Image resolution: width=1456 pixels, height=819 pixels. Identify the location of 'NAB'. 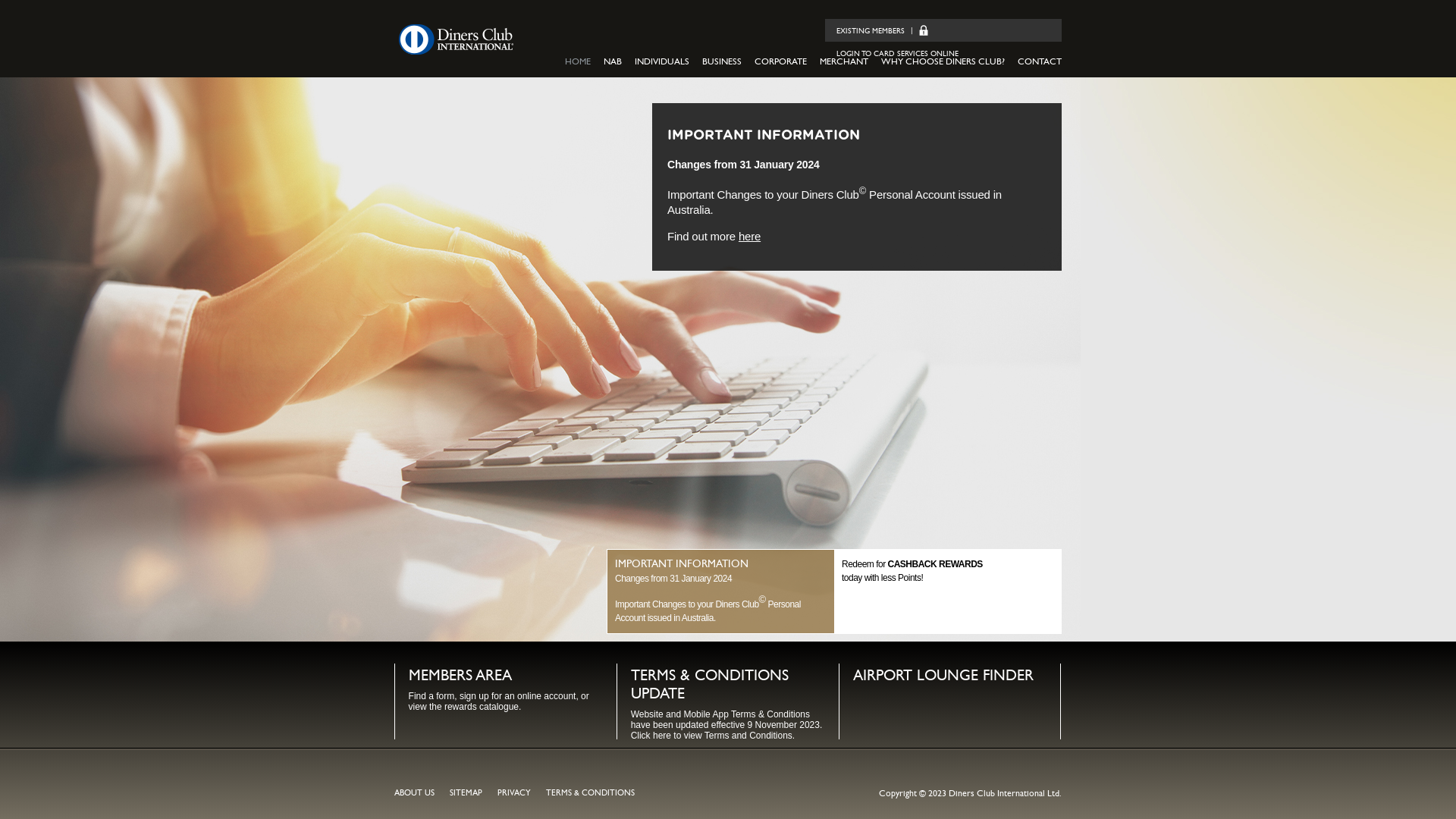
(612, 61).